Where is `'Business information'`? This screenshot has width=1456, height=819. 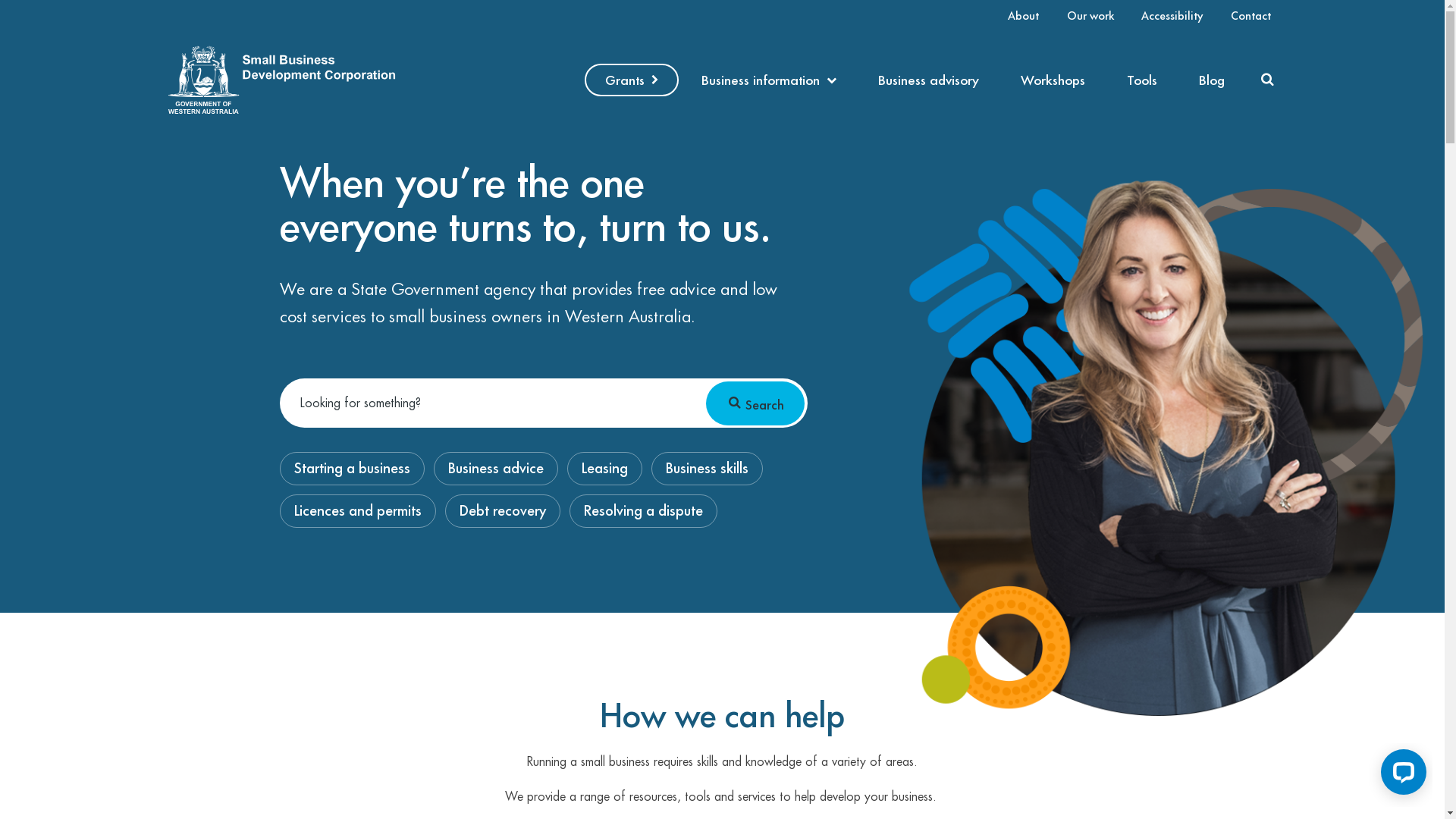 'Business information' is located at coordinates (682, 80).